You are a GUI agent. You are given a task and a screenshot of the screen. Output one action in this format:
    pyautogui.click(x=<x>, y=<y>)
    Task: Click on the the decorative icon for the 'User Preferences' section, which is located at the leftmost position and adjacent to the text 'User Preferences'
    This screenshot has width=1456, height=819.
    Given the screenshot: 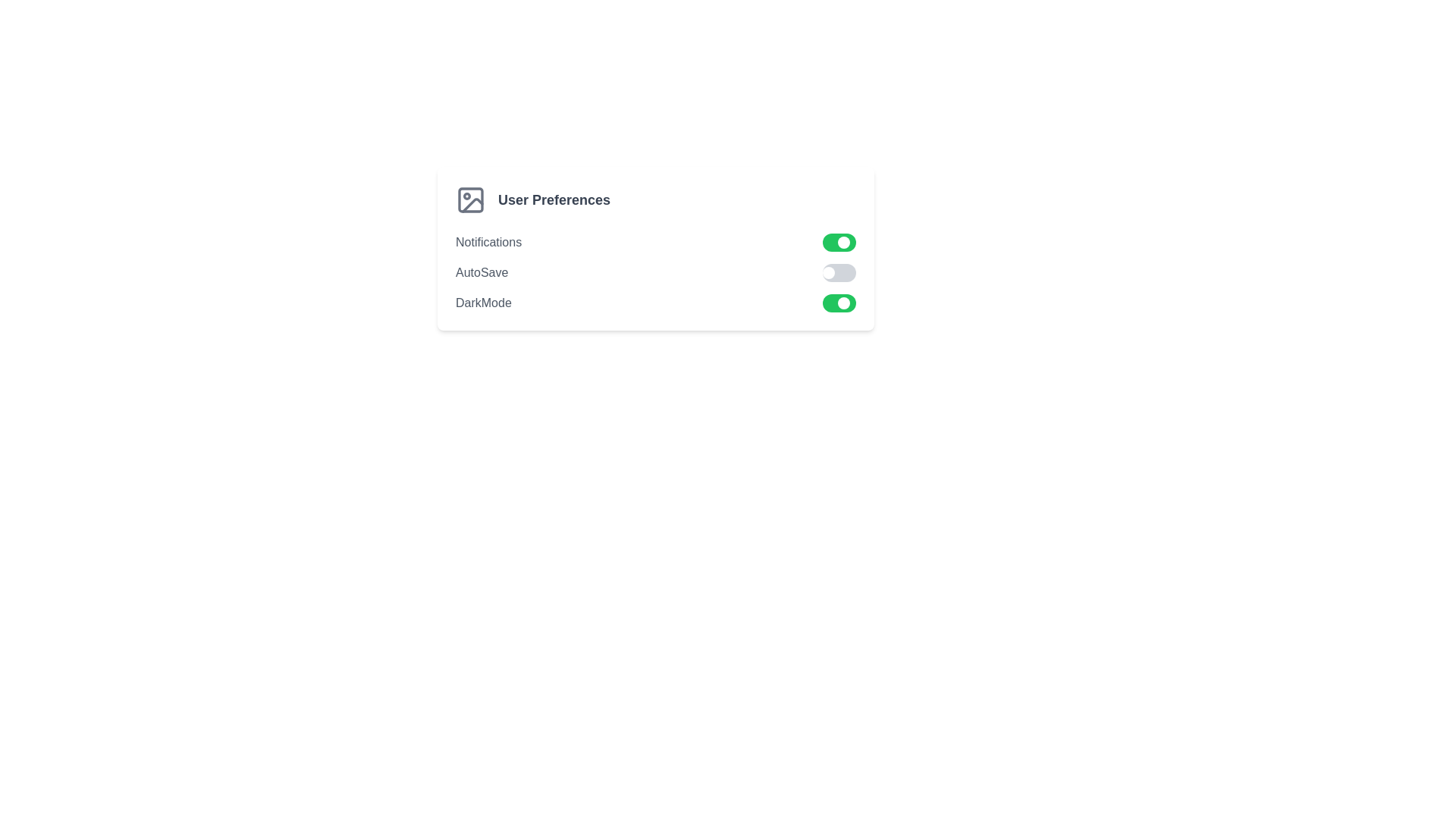 What is the action you would take?
    pyautogui.click(x=469, y=199)
    